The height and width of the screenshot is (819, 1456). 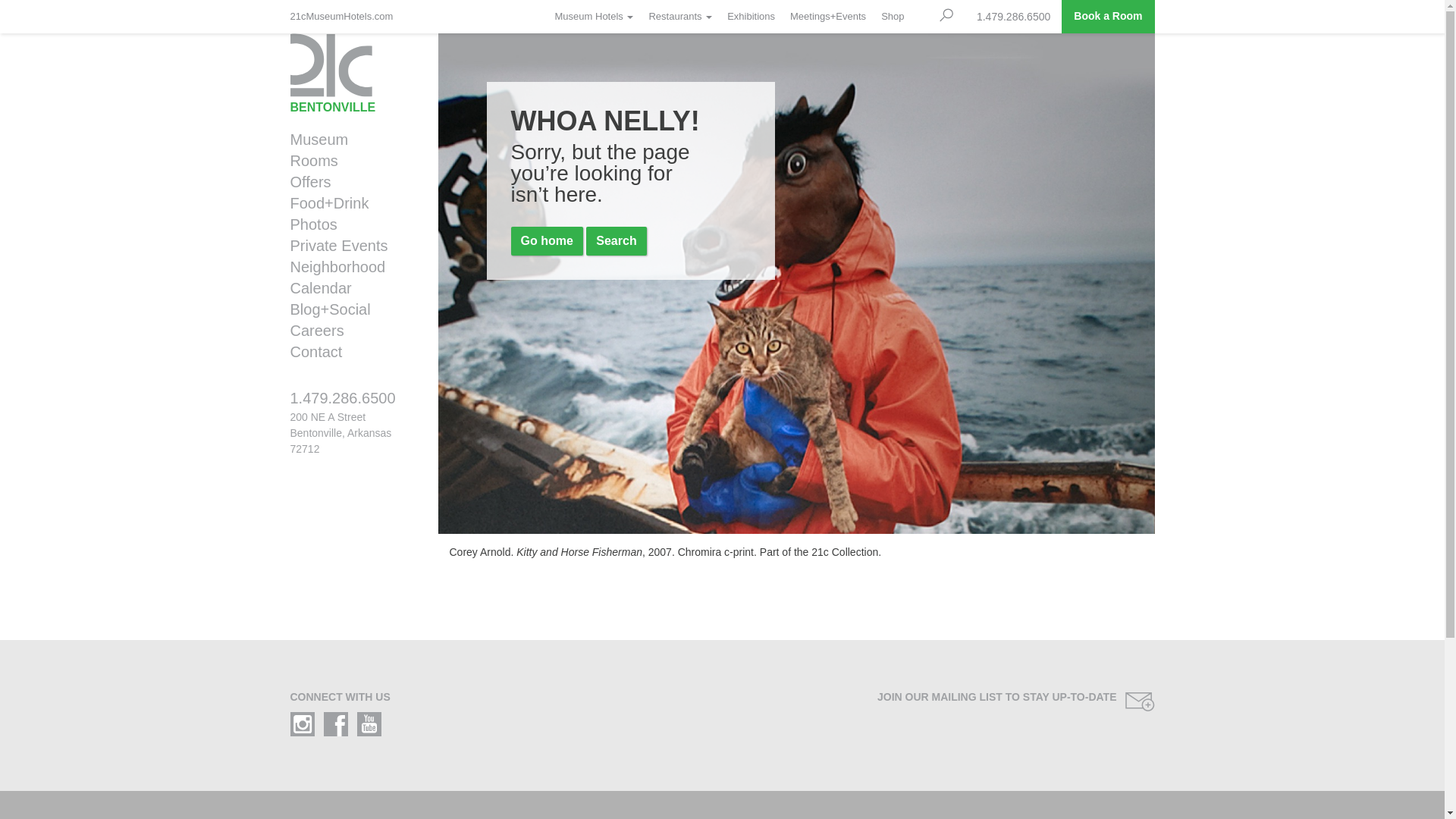 I want to click on 'Book a Room', so click(x=1107, y=17).